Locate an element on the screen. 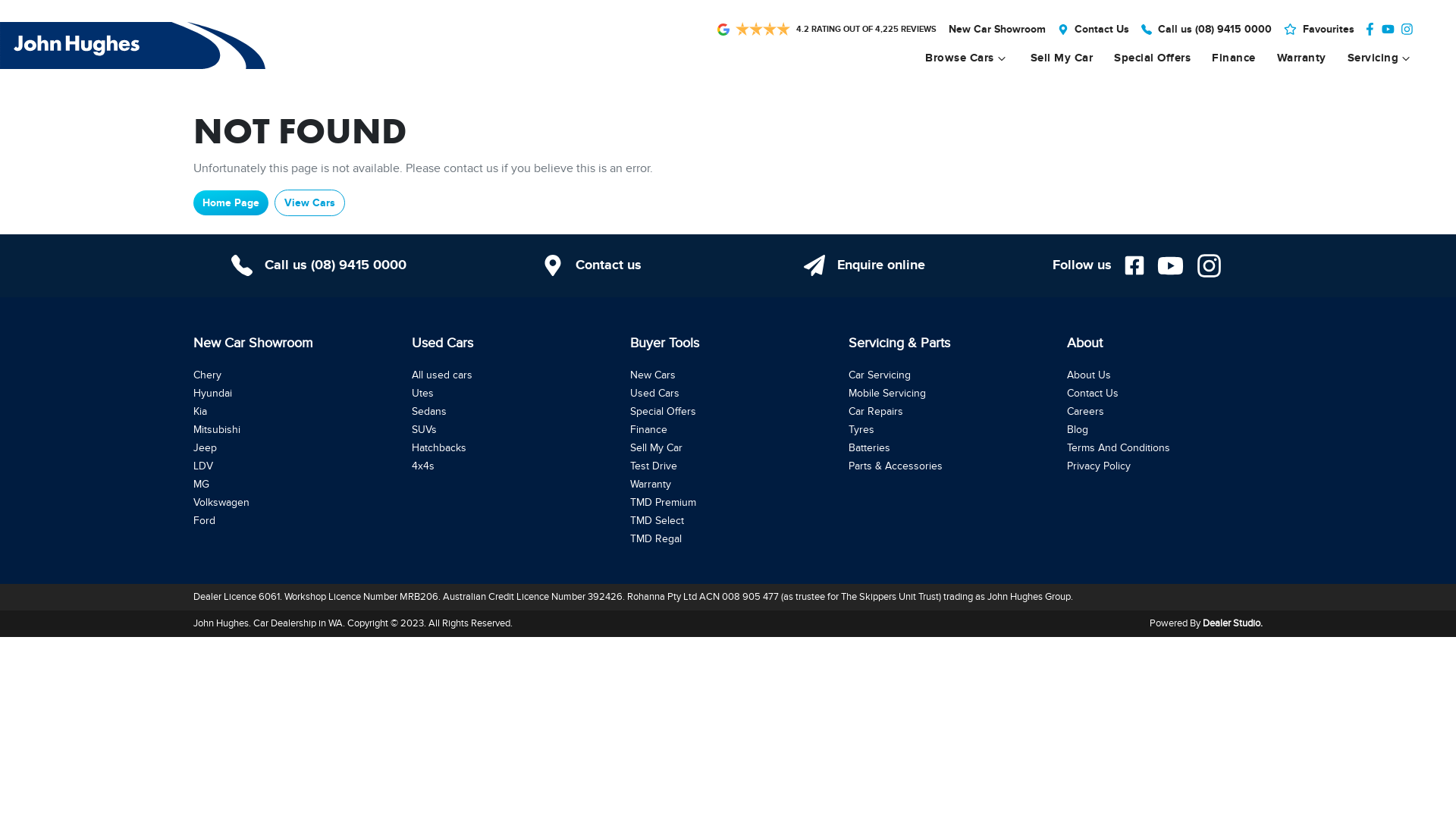 Image resolution: width=1456 pixels, height=819 pixels. 'TMD Select' is located at coordinates (657, 519).